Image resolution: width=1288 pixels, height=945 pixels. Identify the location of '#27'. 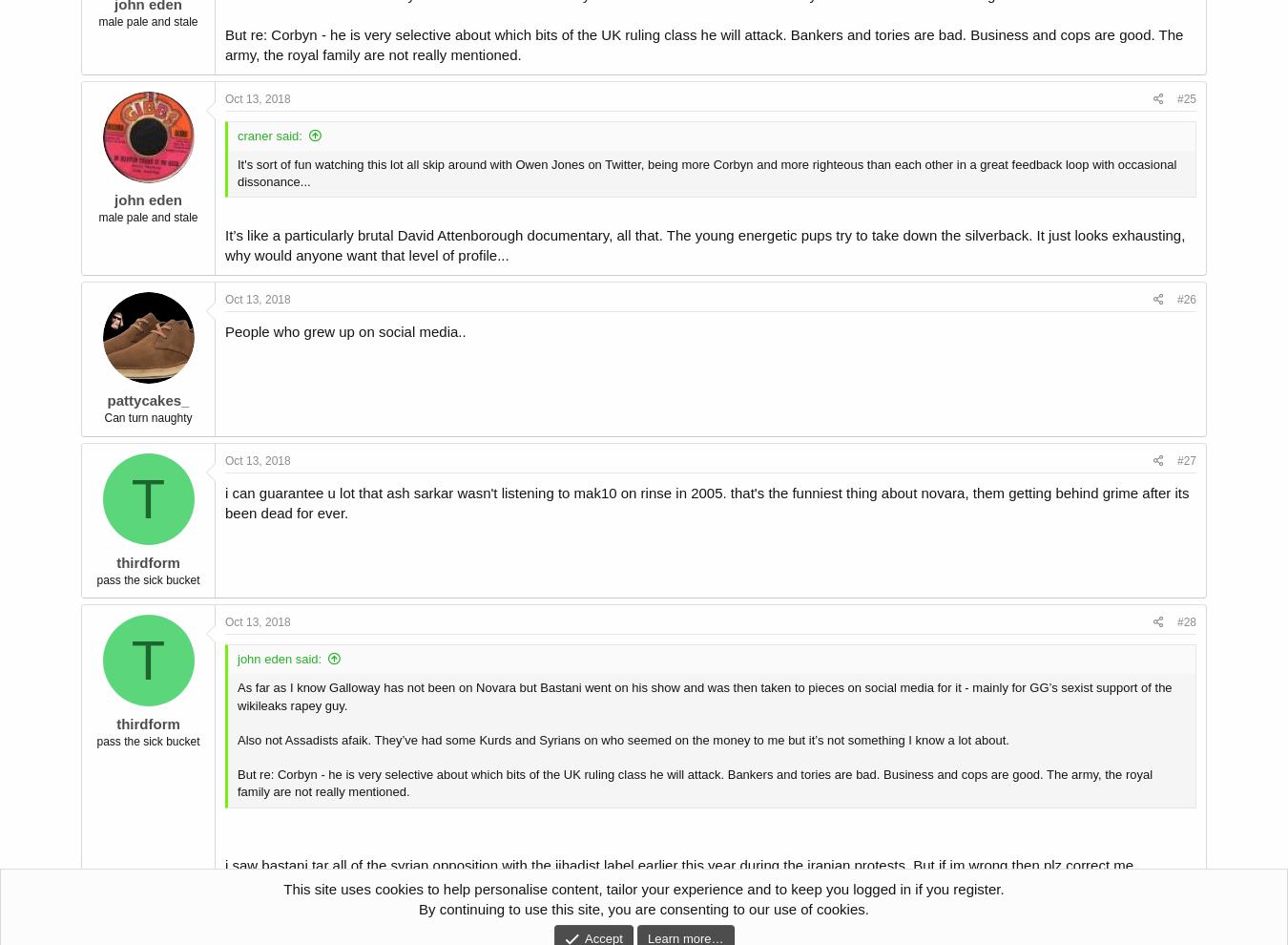
(1186, 461).